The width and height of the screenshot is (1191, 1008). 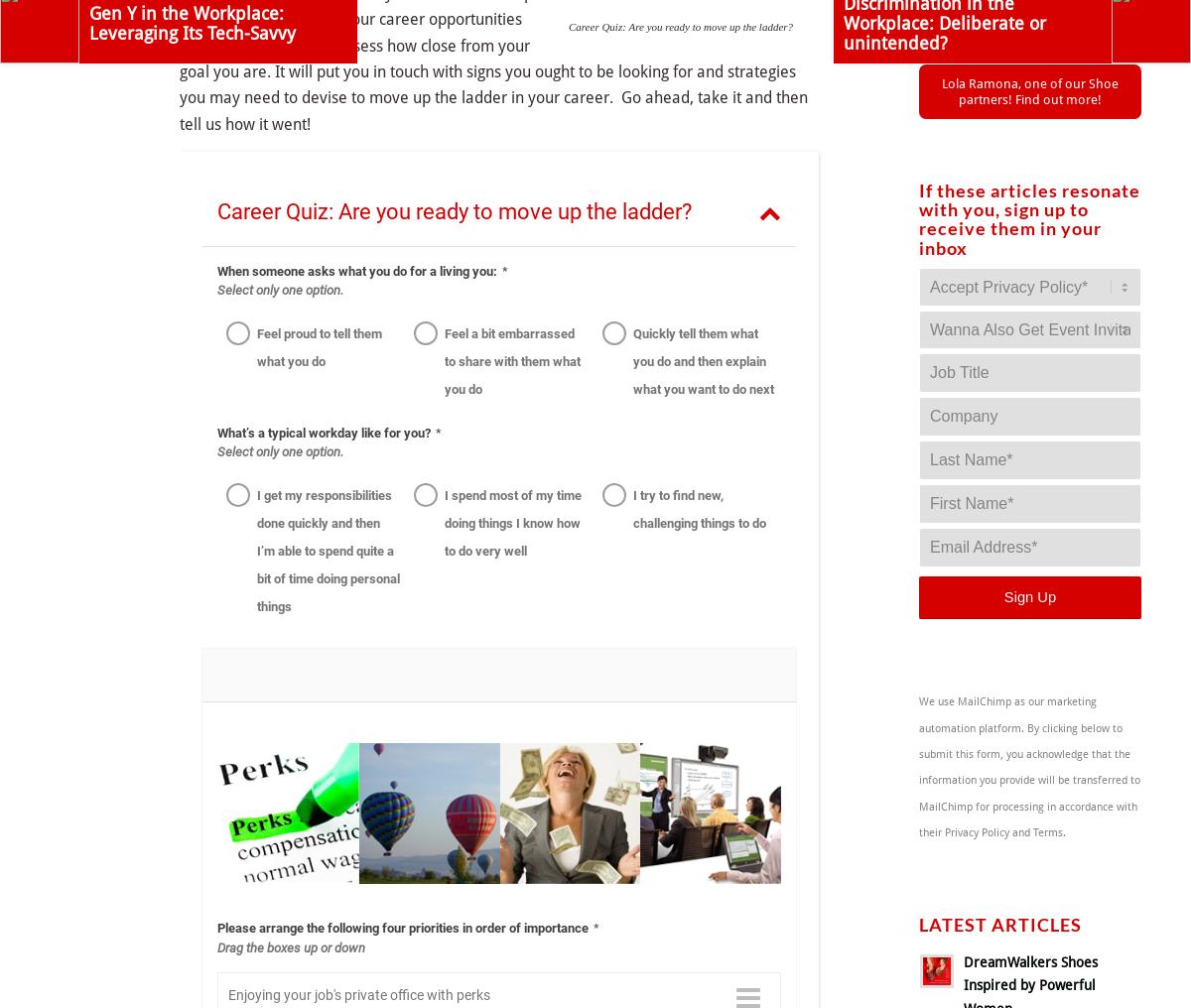 What do you see at coordinates (1029, 766) in the screenshot?
I see `'We use MailChimp as our marketing automation platform. By clicking below to submit this form, you acknowledge that the information you provide will be transferred to MailChimp for processing in accordance with their'` at bounding box center [1029, 766].